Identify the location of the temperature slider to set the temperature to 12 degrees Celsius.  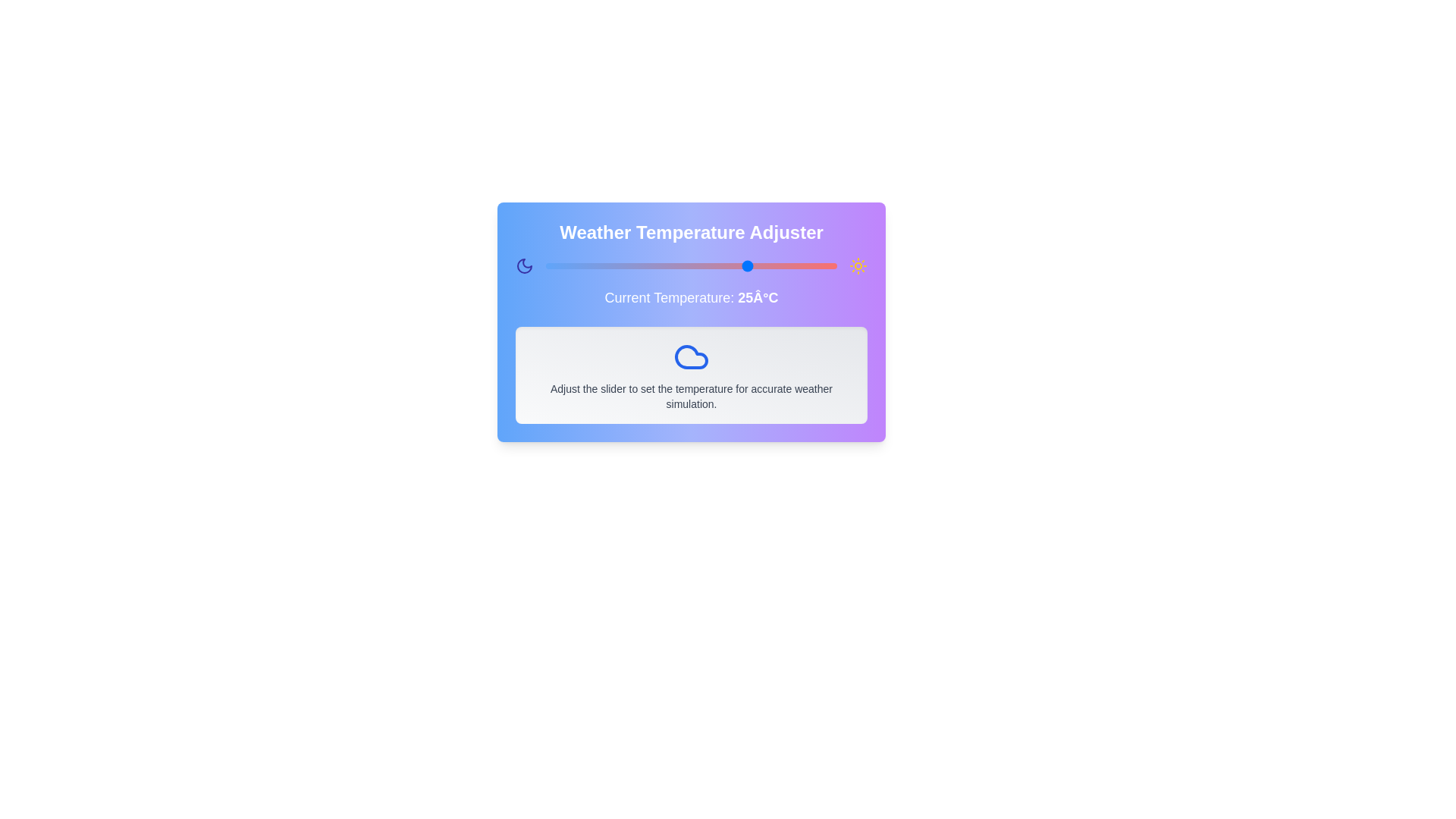
(673, 265).